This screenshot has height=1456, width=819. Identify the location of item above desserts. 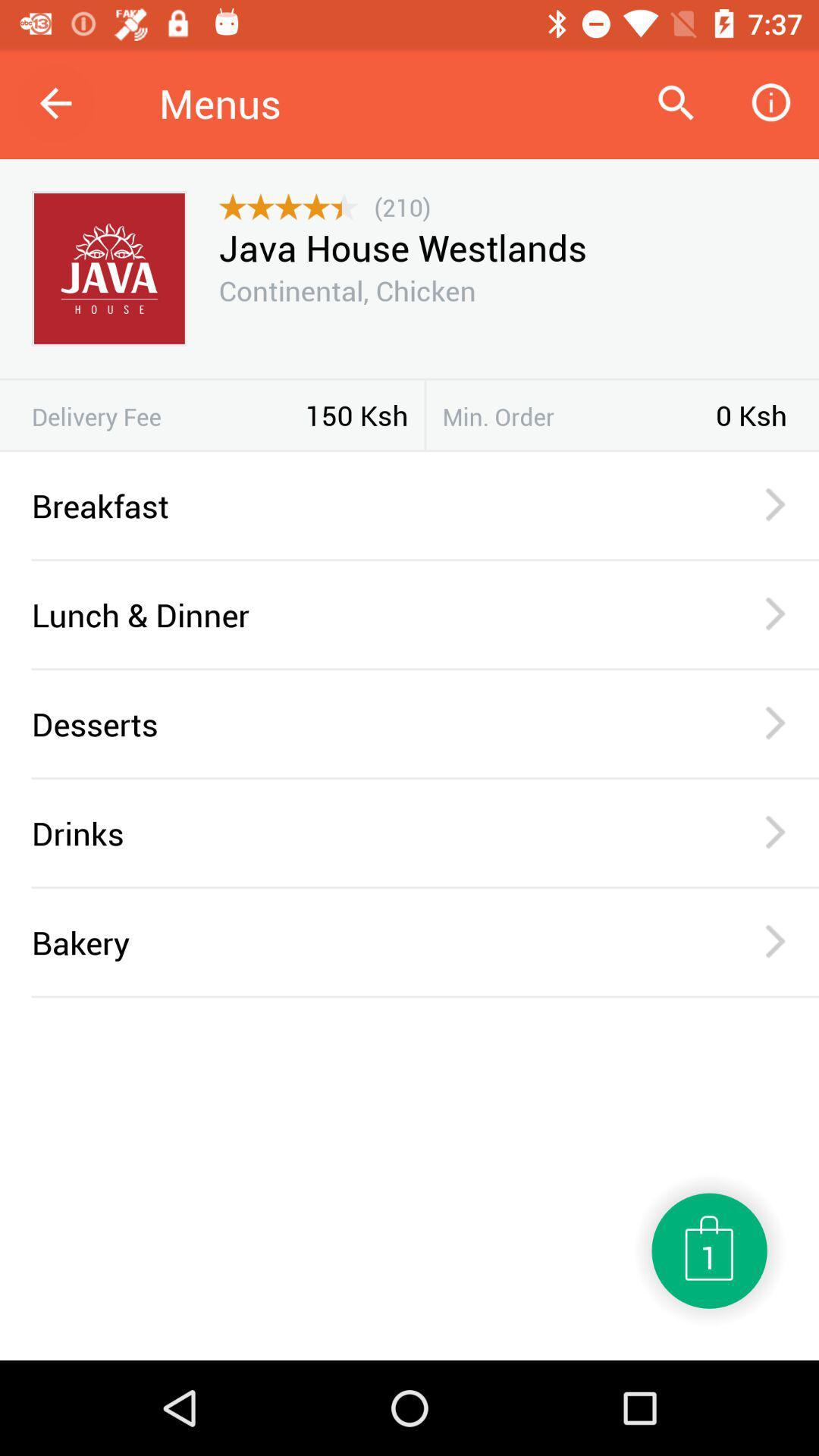
(425, 668).